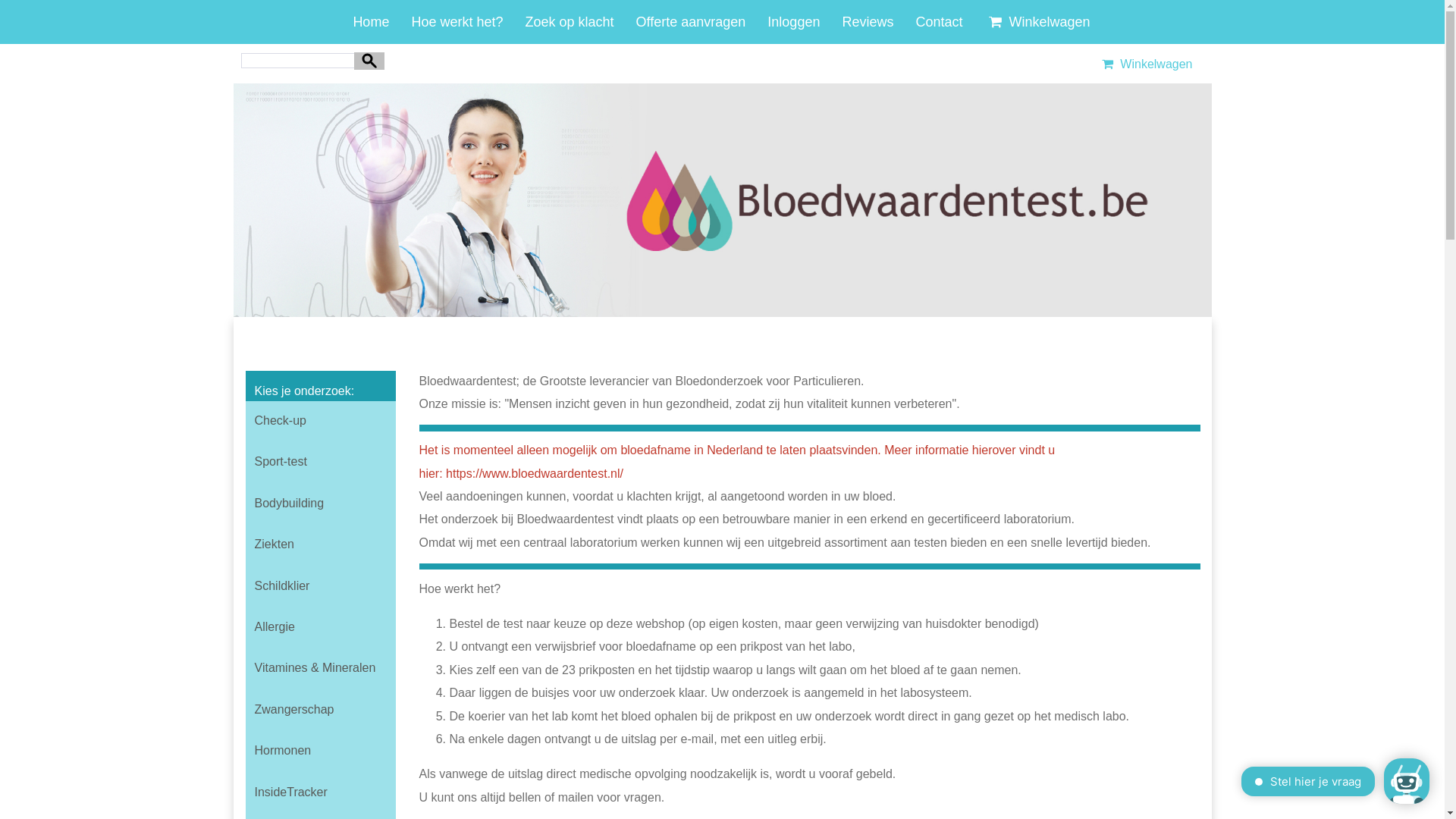  I want to click on 'Offerte aanvragen', so click(690, 22).